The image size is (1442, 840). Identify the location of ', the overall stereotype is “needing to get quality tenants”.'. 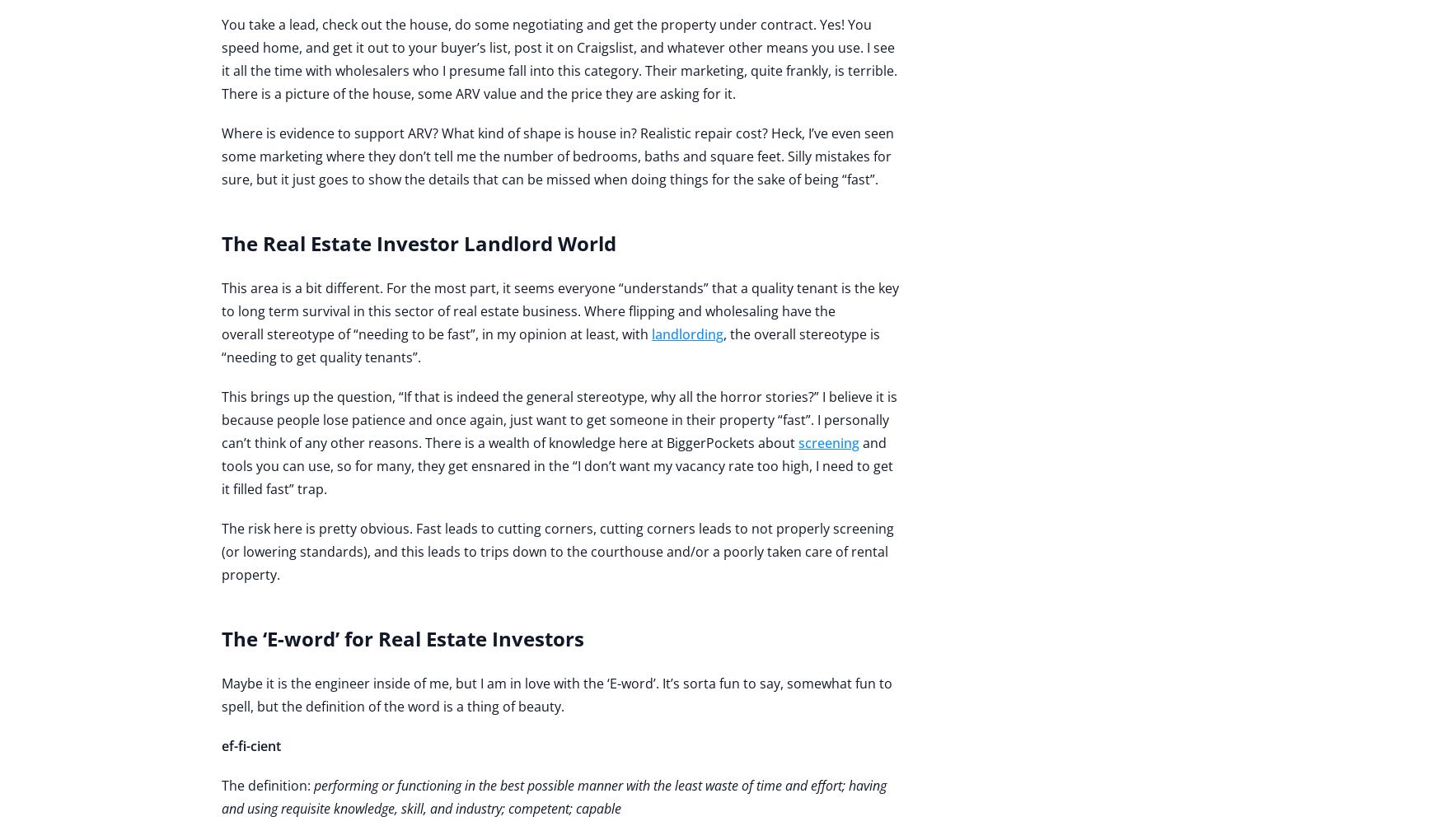
(220, 346).